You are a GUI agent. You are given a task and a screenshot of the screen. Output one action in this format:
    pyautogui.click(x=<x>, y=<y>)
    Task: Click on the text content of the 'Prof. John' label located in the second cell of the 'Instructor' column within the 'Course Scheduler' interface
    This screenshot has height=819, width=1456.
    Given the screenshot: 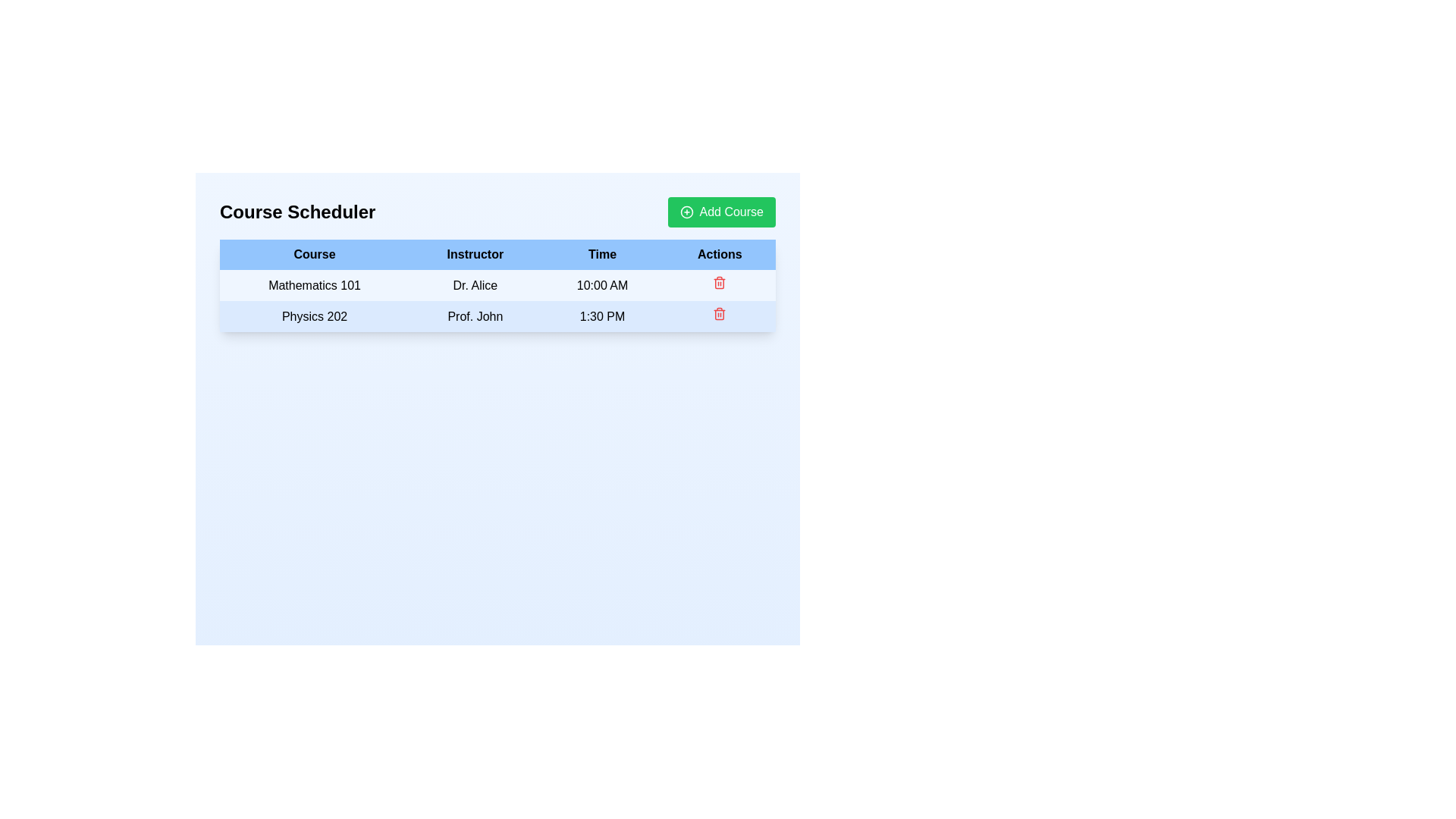 What is the action you would take?
    pyautogui.click(x=474, y=315)
    